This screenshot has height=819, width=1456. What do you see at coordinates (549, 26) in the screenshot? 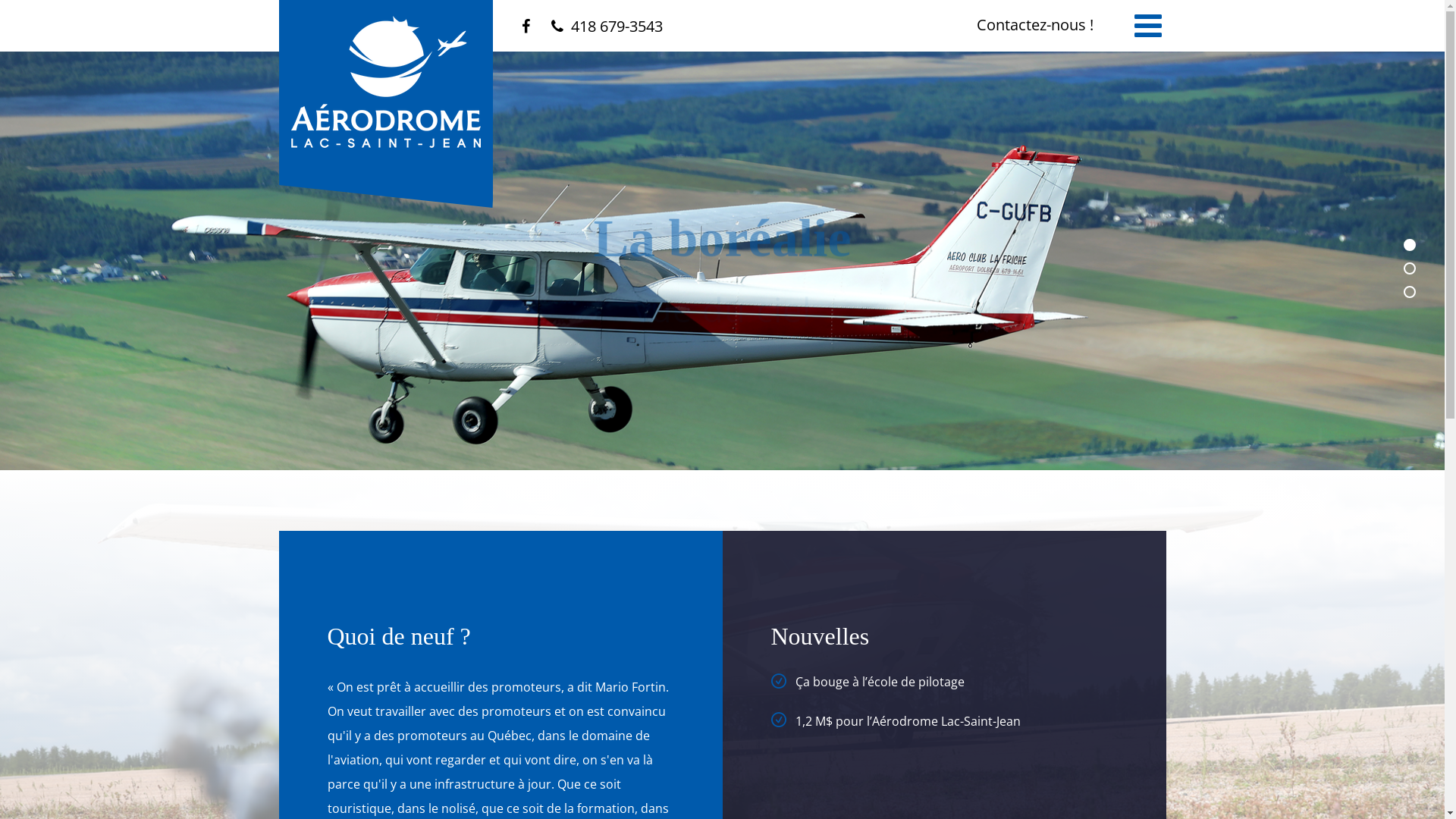
I see `'418 679-3543'` at bounding box center [549, 26].